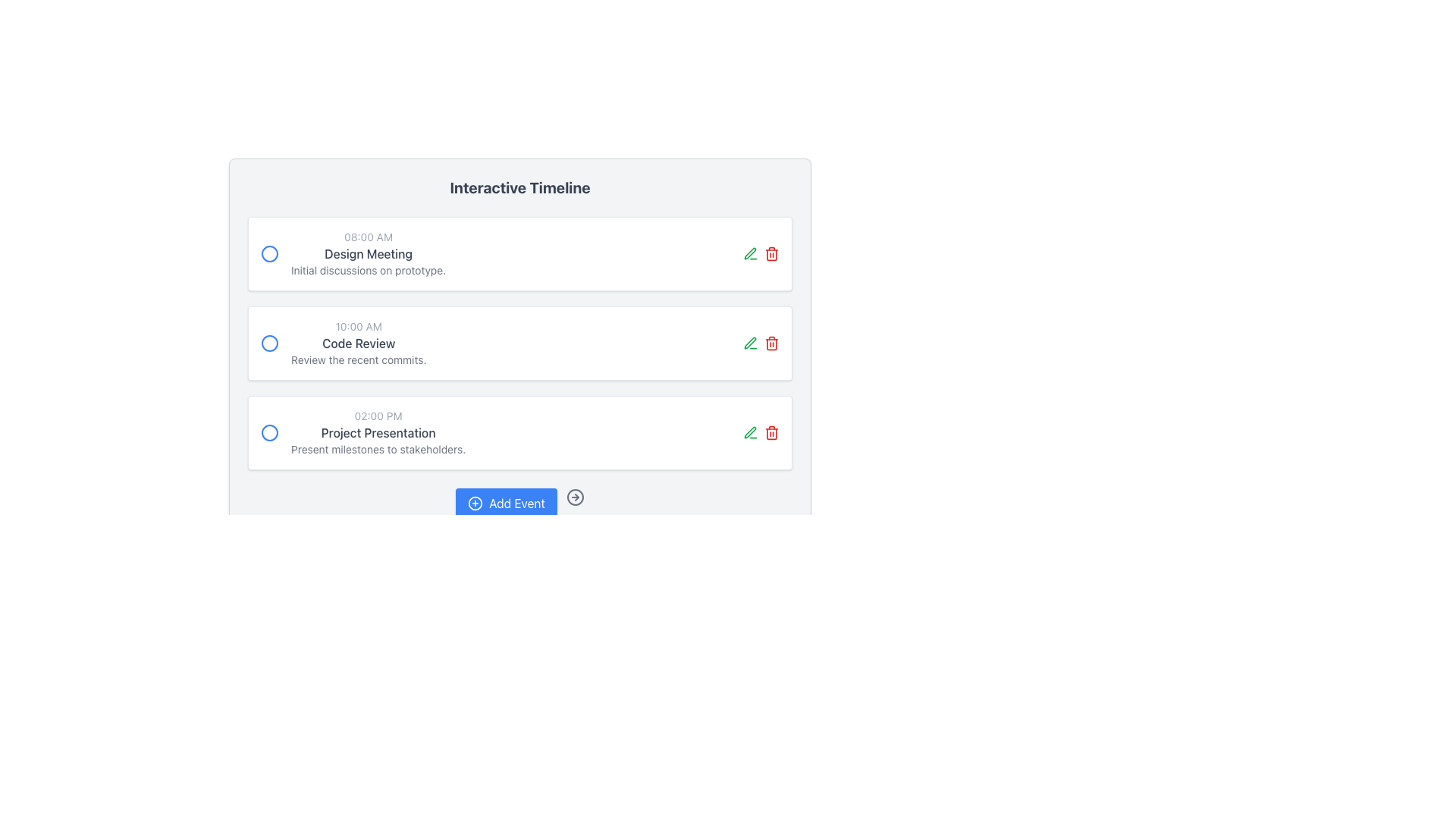  Describe the element at coordinates (269, 253) in the screenshot. I see `the icon that serves as a marker for the 'Design Meeting' event in the Interactive Timeline` at that location.